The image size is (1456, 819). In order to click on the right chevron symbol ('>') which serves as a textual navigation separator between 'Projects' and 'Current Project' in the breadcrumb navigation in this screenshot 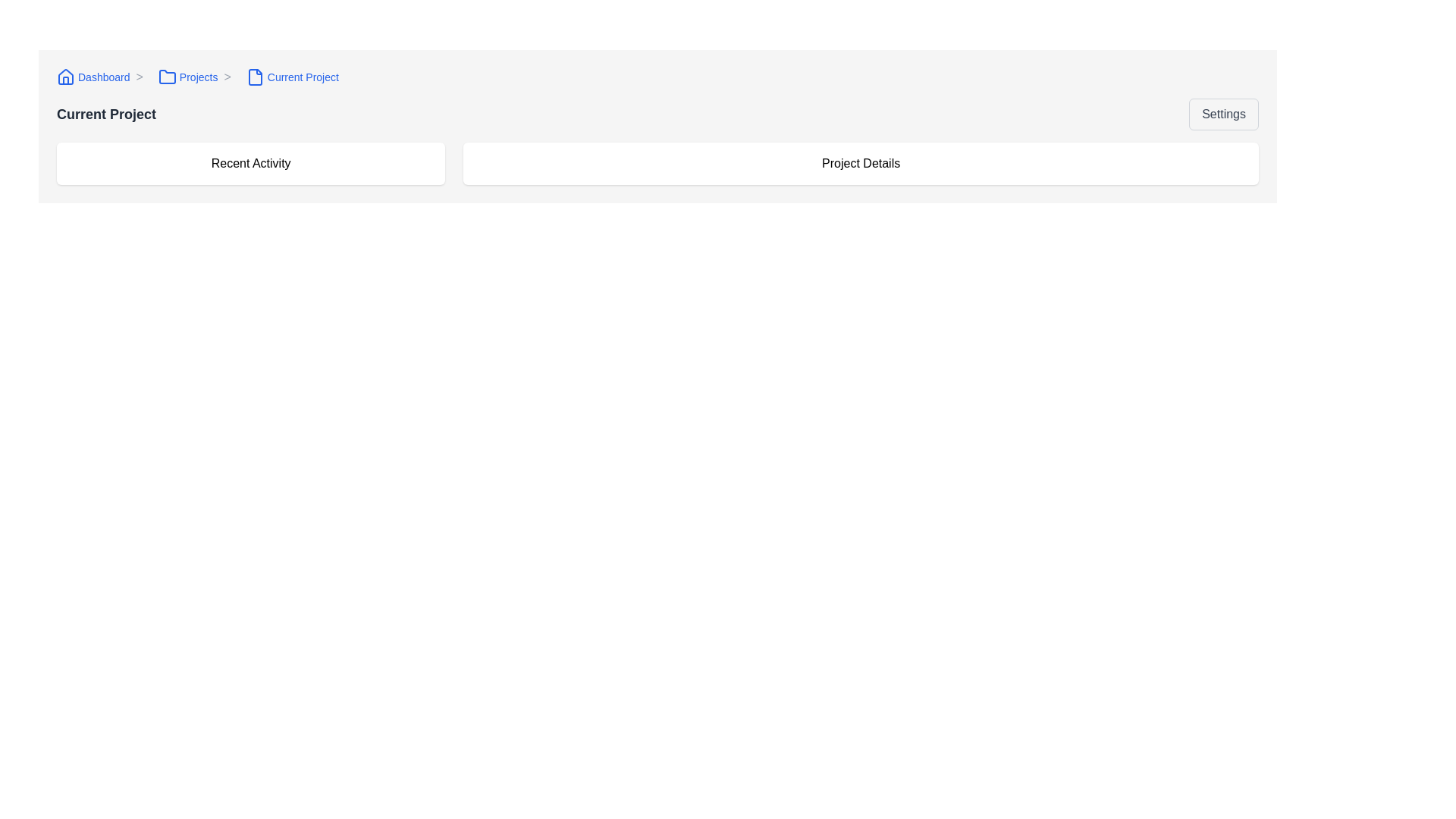, I will do `click(227, 77)`.